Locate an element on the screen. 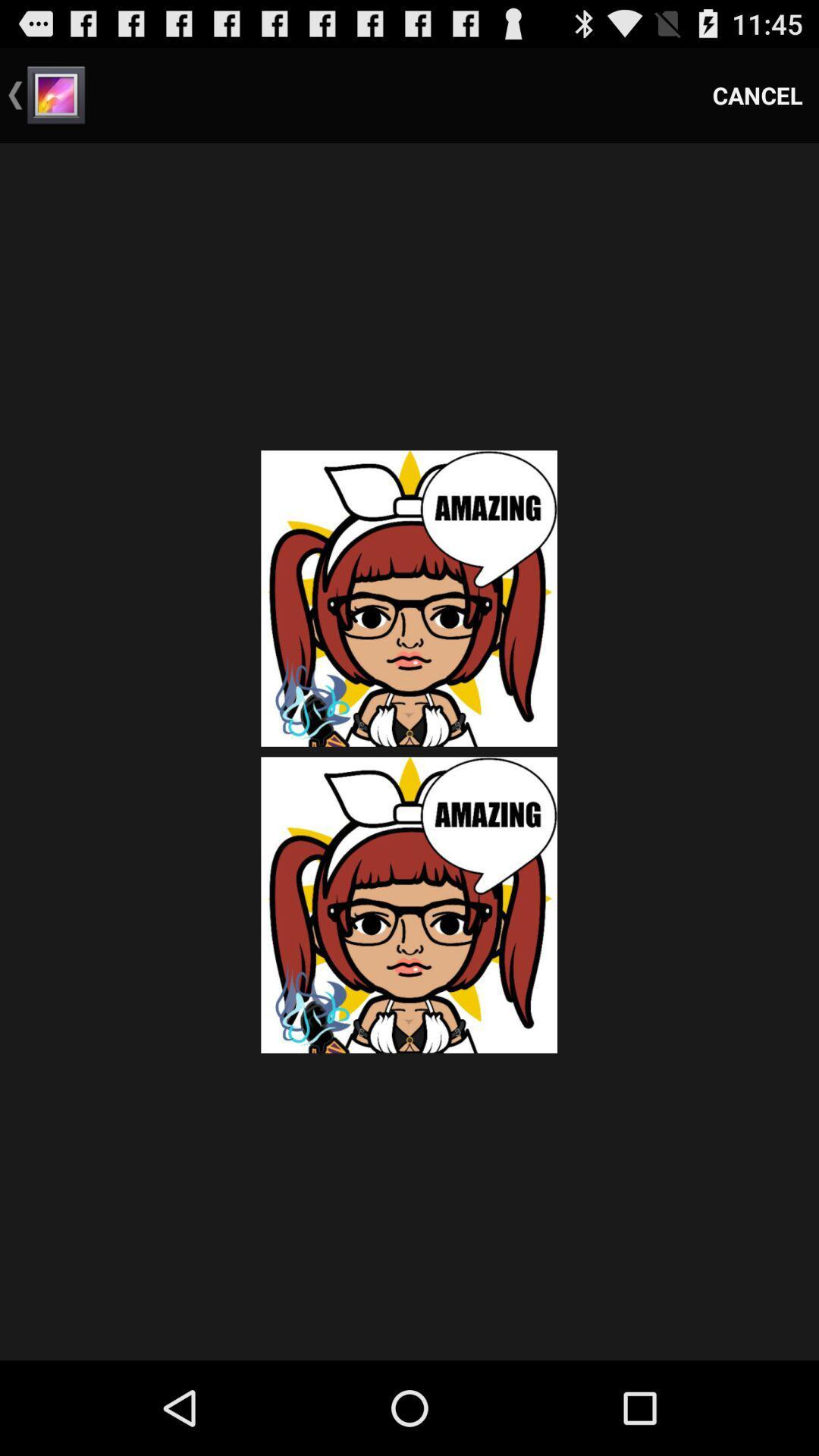 This screenshot has height=1456, width=819. the cancel is located at coordinates (758, 94).